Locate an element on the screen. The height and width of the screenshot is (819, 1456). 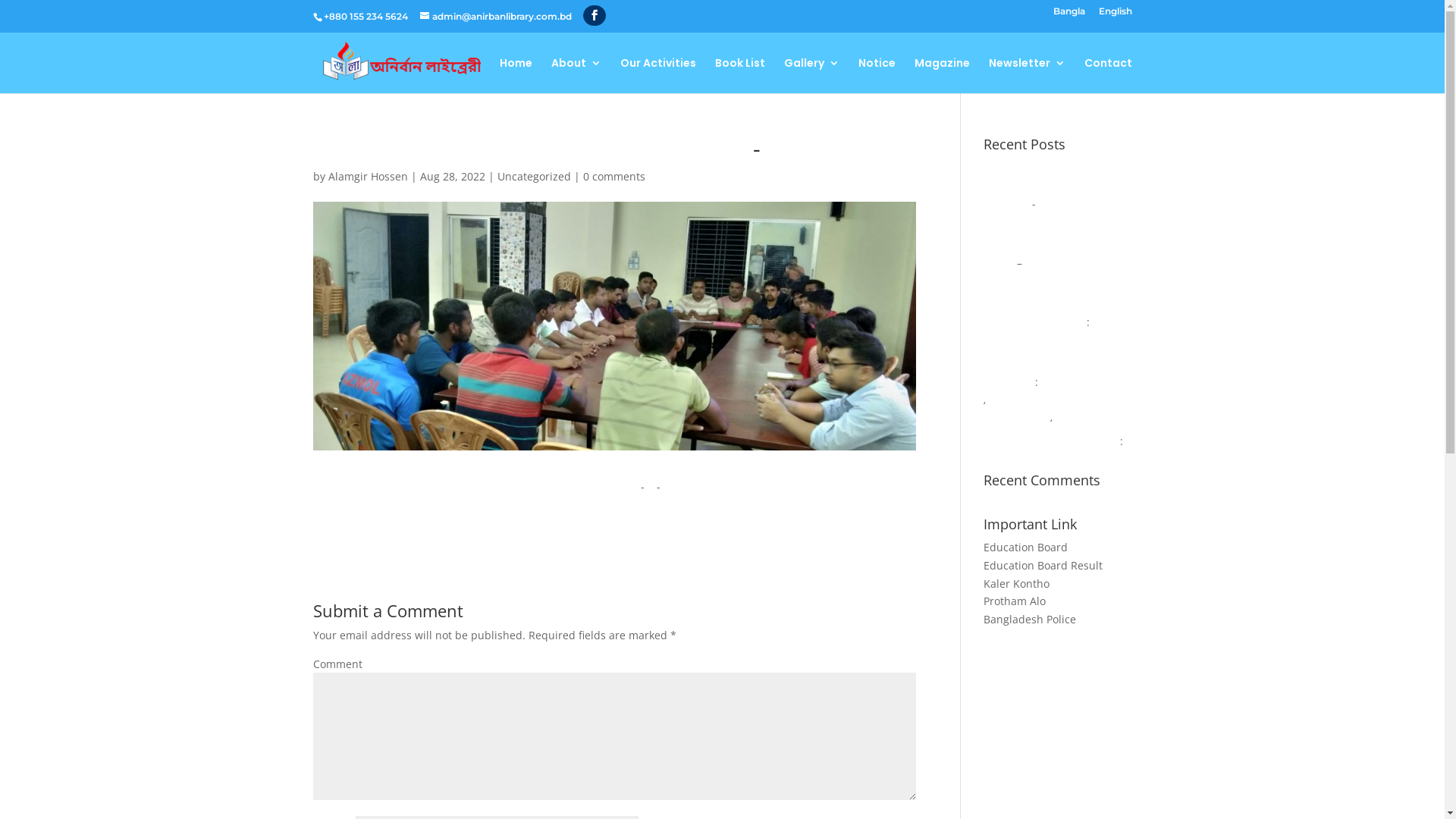
'Gallery' is located at coordinates (811, 75).